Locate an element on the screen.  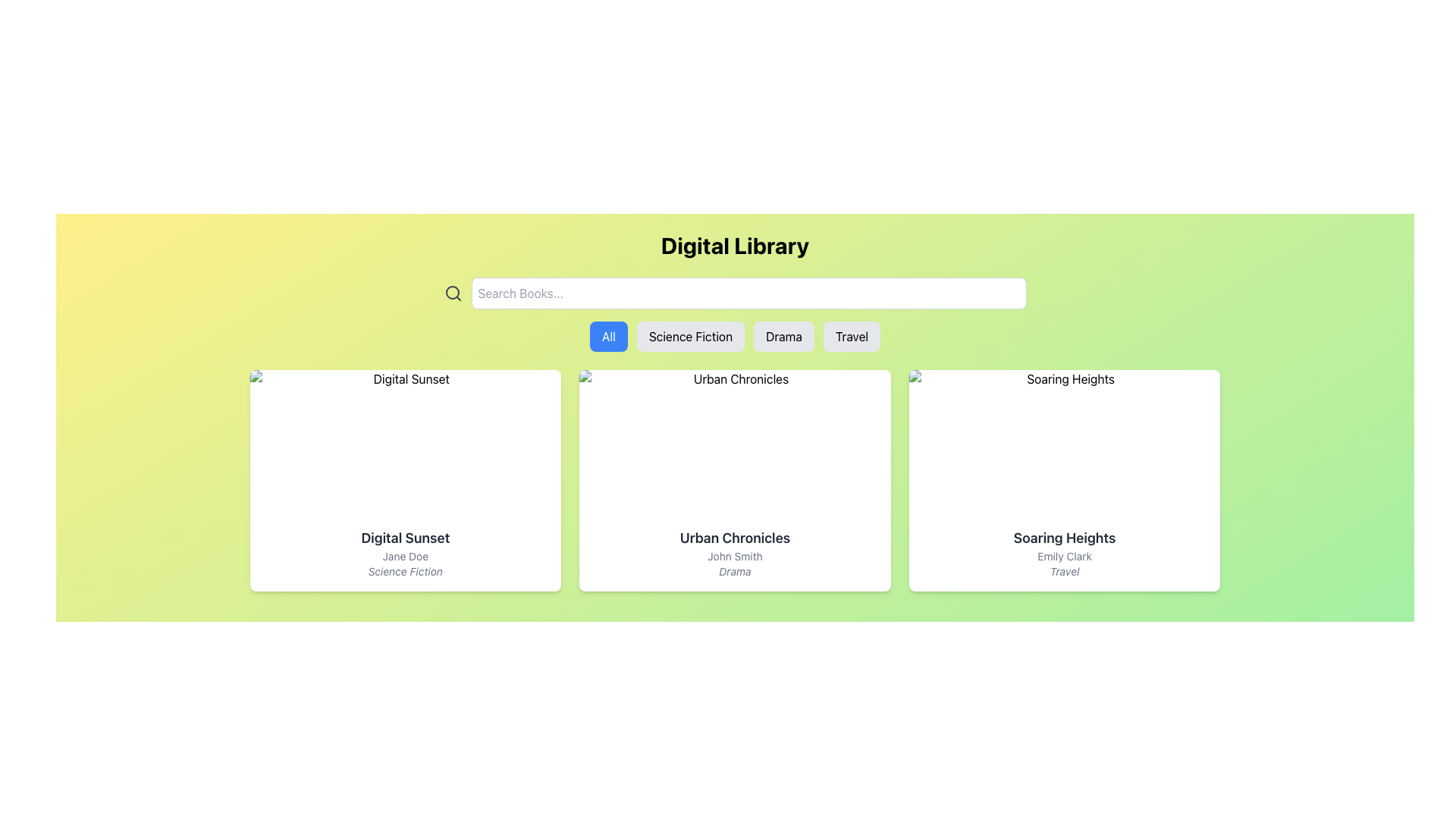
the main graphic or thumbnail image for 'Urban Chronicles' to view image options is located at coordinates (735, 442).